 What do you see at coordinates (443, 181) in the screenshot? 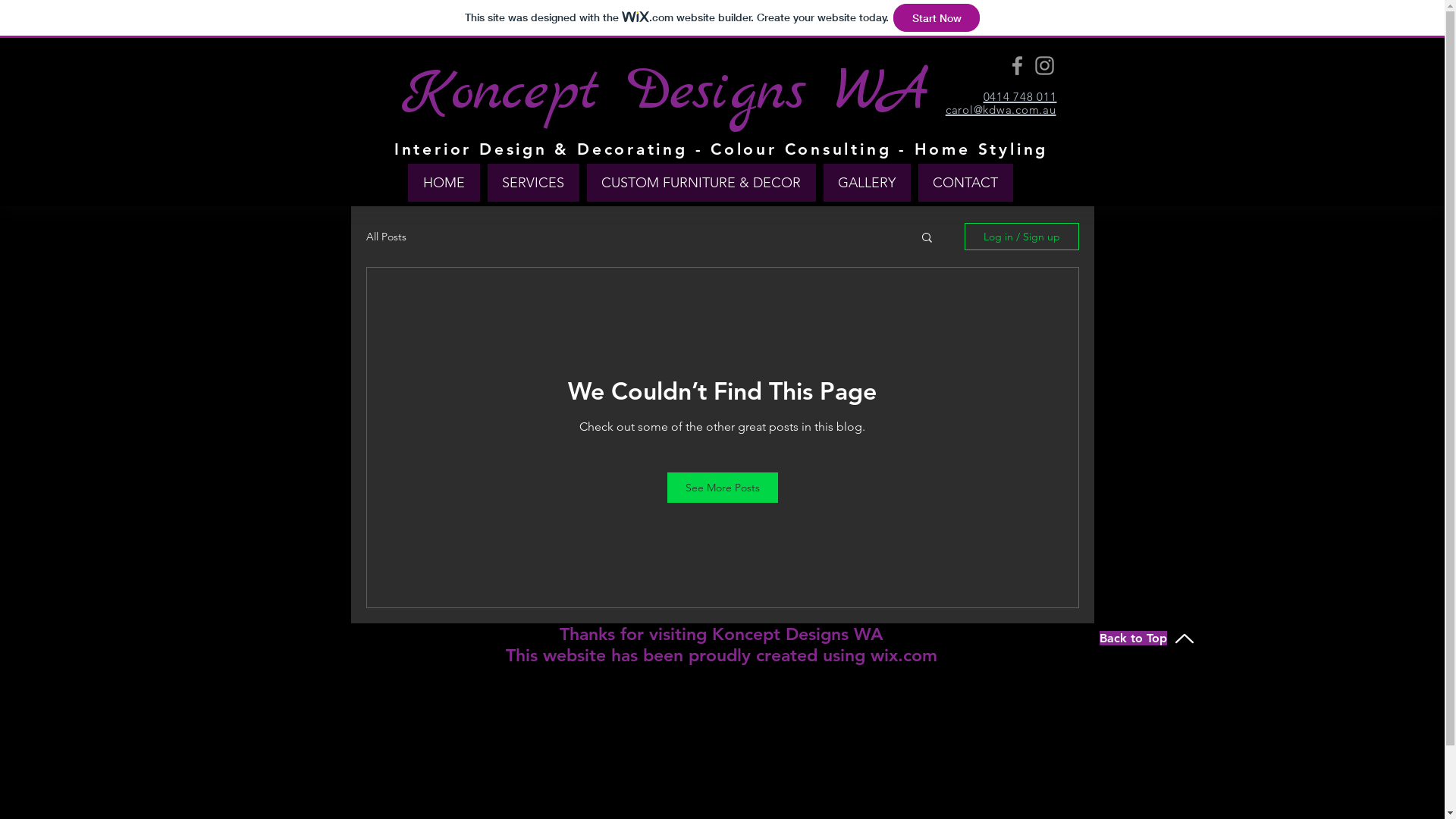
I see `'HOME'` at bounding box center [443, 181].